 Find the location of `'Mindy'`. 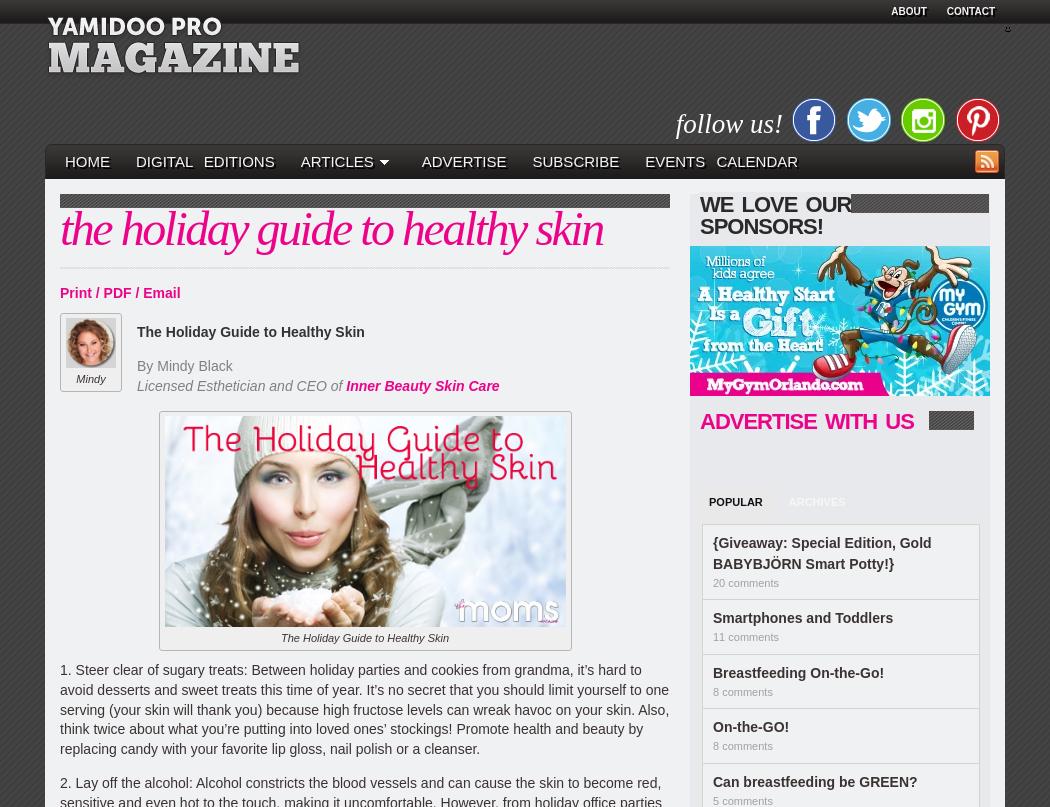

'Mindy' is located at coordinates (90, 378).